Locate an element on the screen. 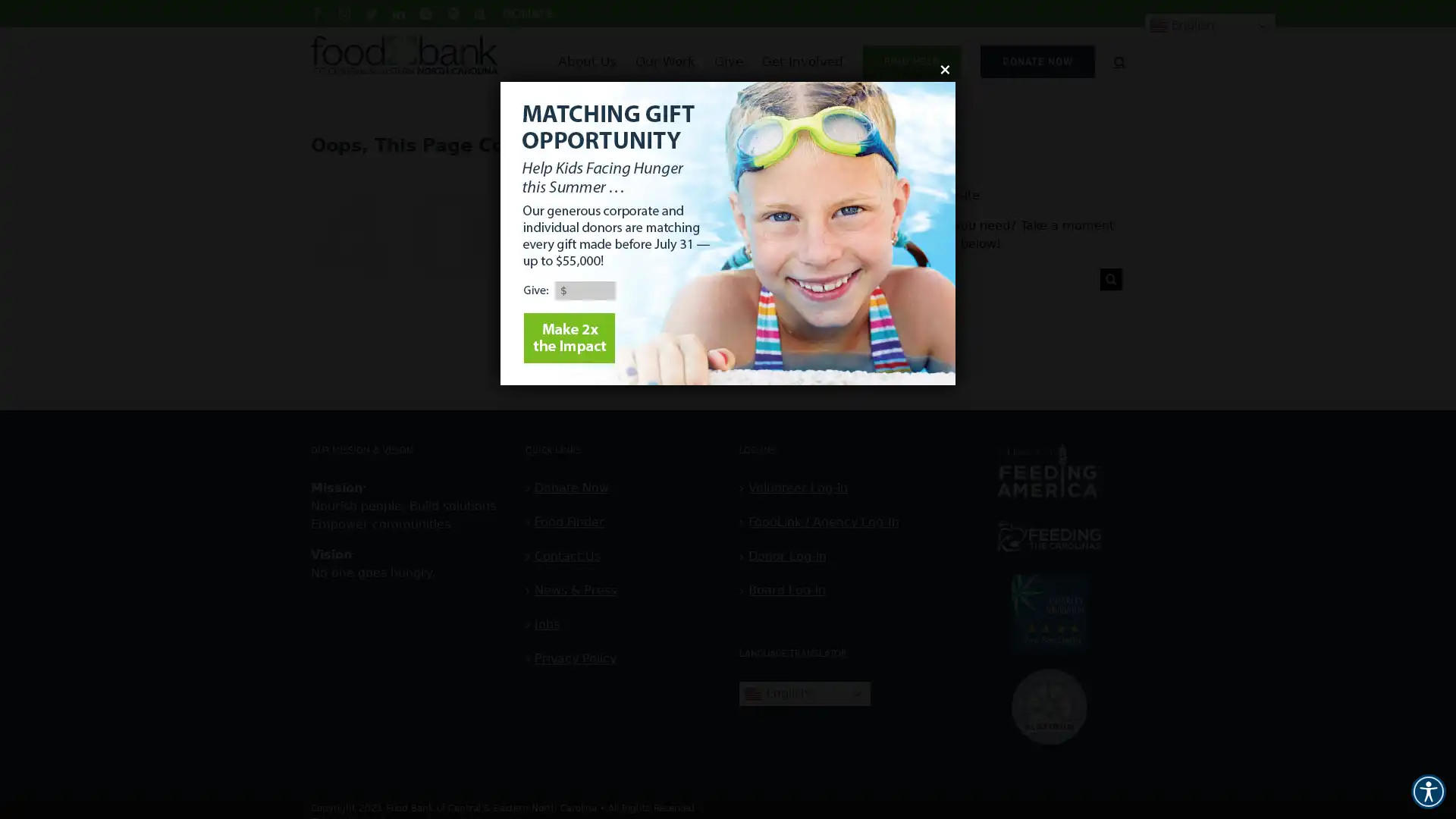 This screenshot has height=819, width=1456. Accessibility Menu is located at coordinates (1427, 791).